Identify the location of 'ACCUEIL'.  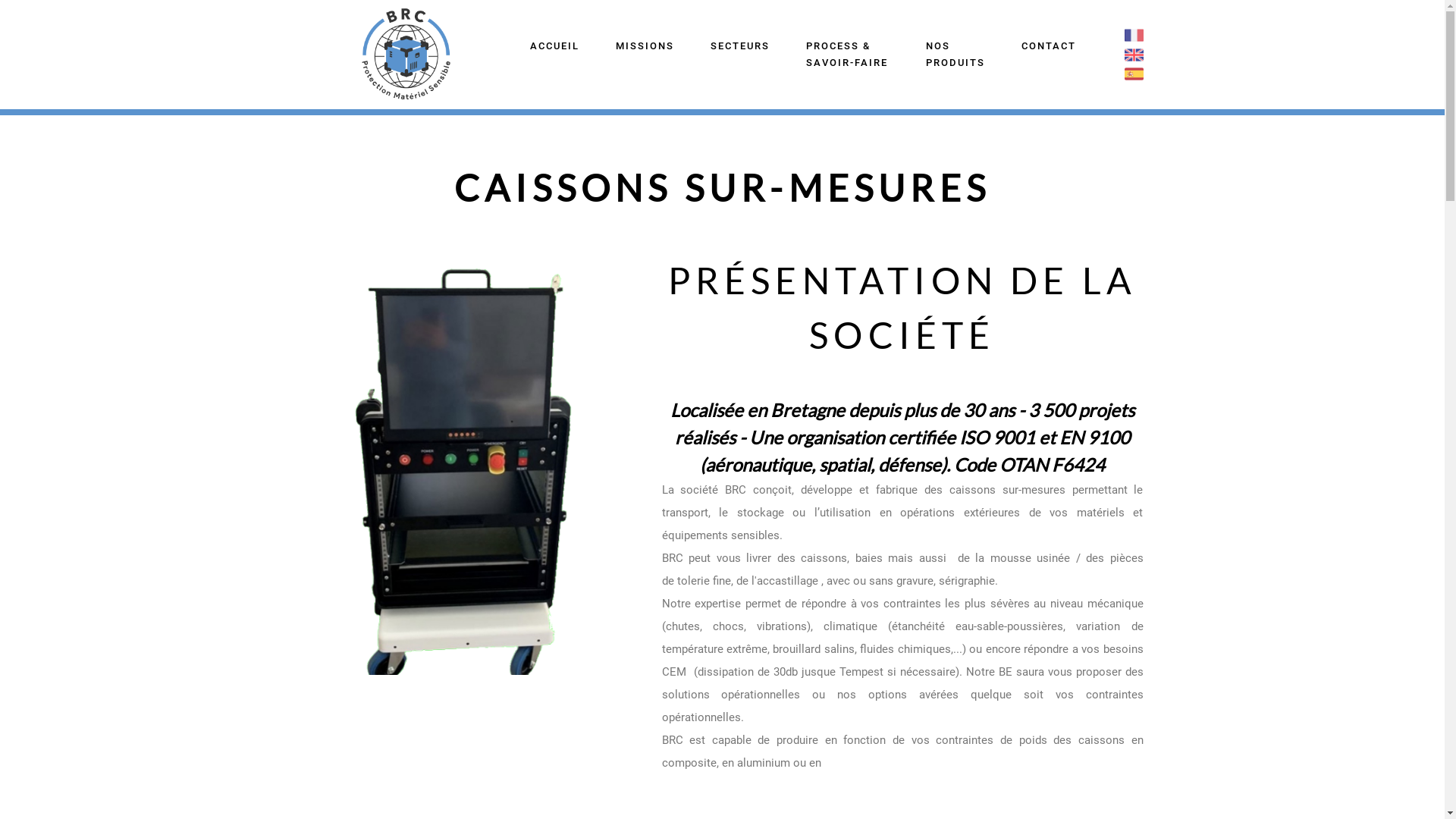
(524, 45).